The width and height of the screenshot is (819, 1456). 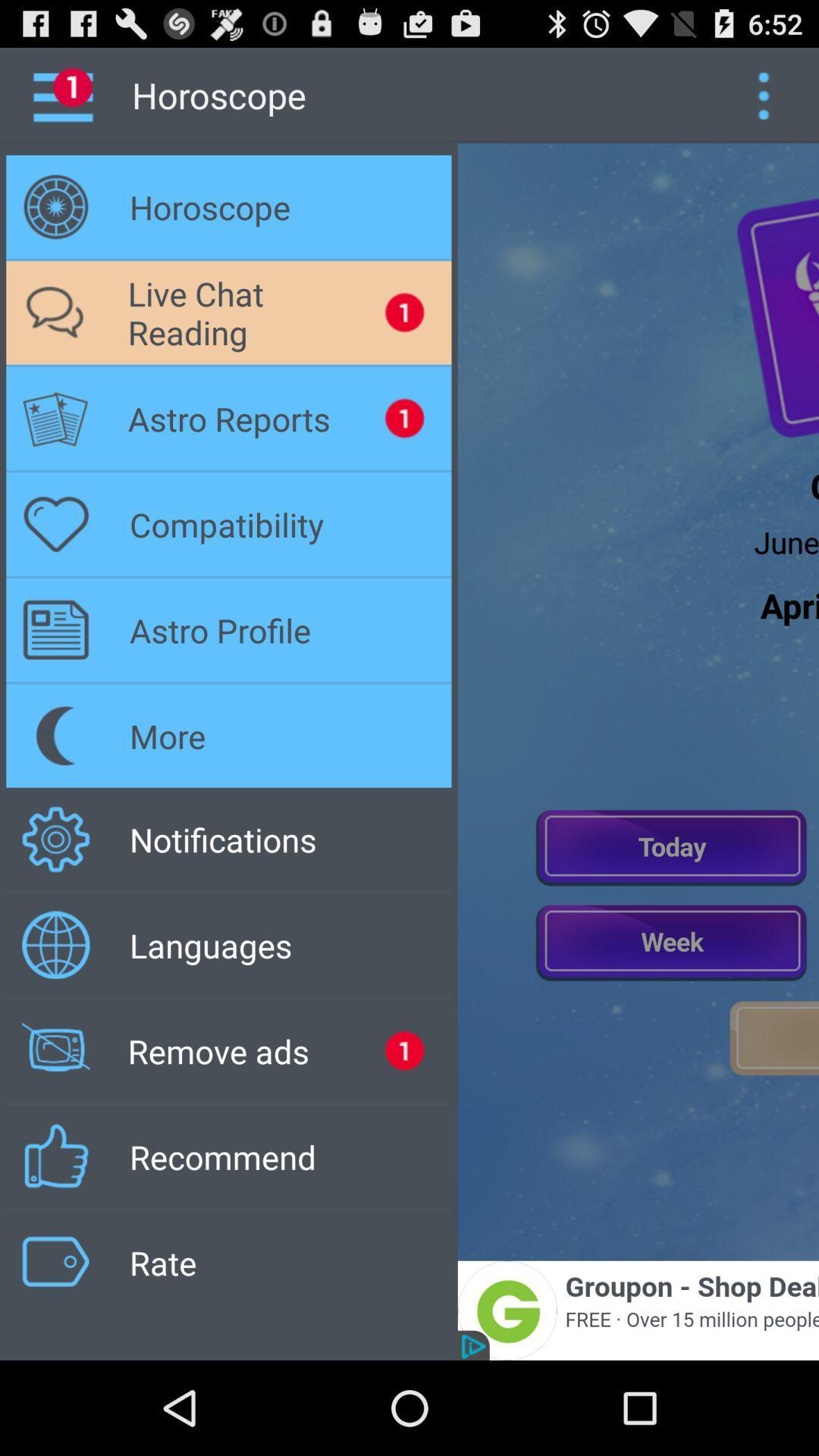 I want to click on open options, so click(x=763, y=94).